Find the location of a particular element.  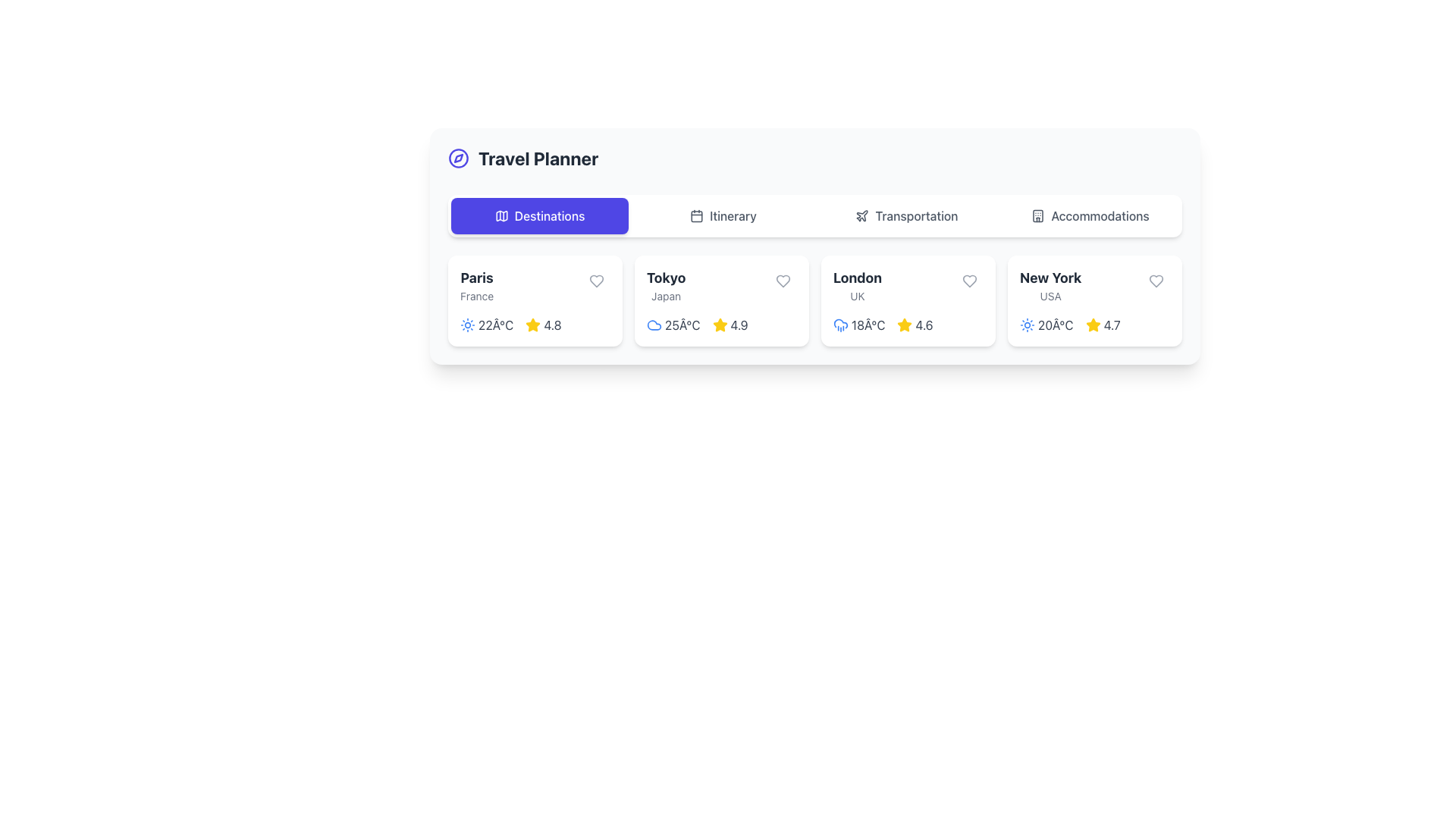

the label that provides the country name corresponding to the city 'Tokyo', located beneath the text 'Tokyo' in the second card of the 'Travel Planner' list is located at coordinates (666, 296).